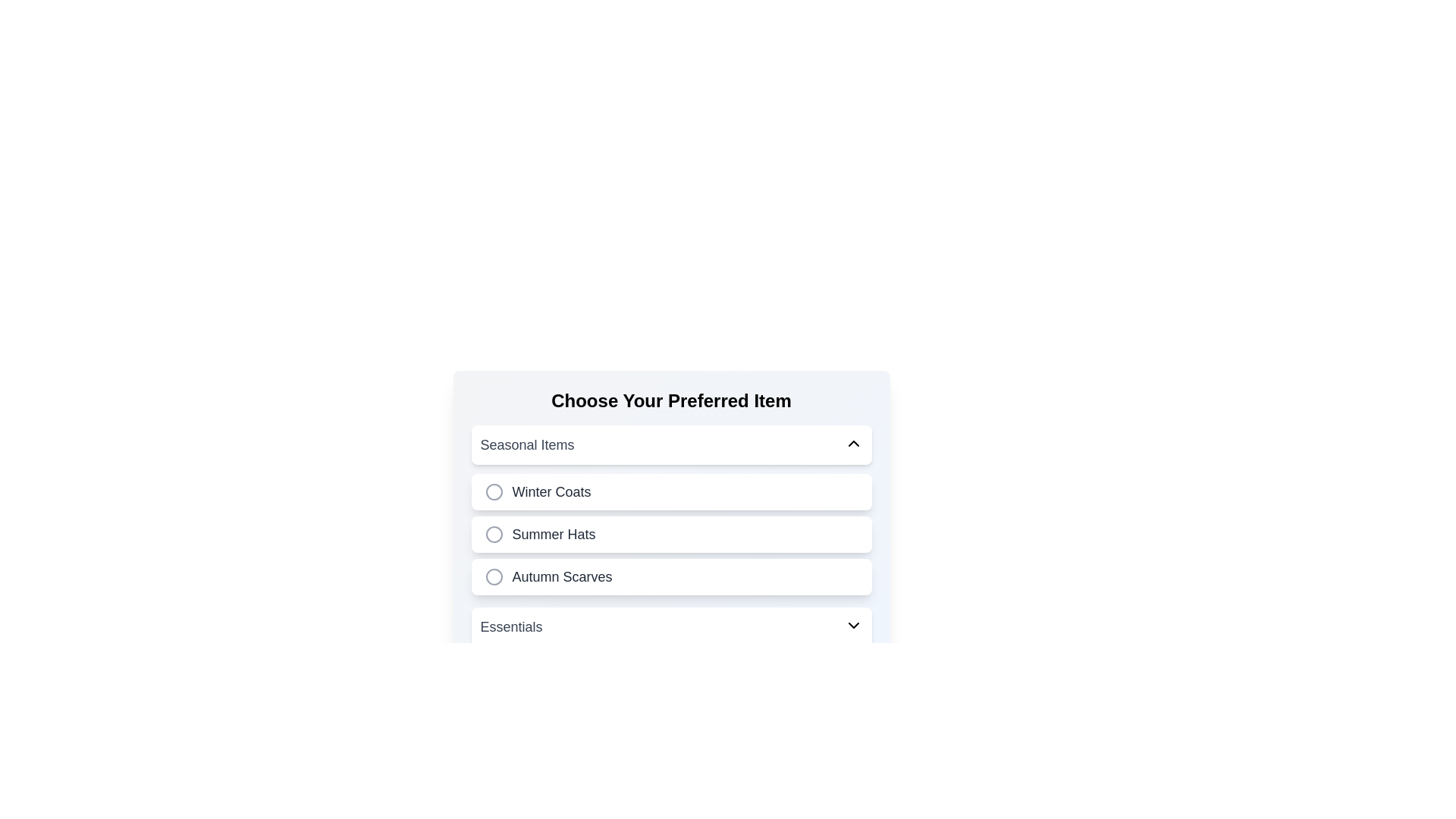  What do you see at coordinates (561, 576) in the screenshot?
I see `the text label displaying 'Autumn Scarves', which is styled in bold, medium-large dark gray font and located within a white card-like rectangle, positioned to the right of a circular radio button in the list of 'Choose Your Preferred Item'` at bounding box center [561, 576].